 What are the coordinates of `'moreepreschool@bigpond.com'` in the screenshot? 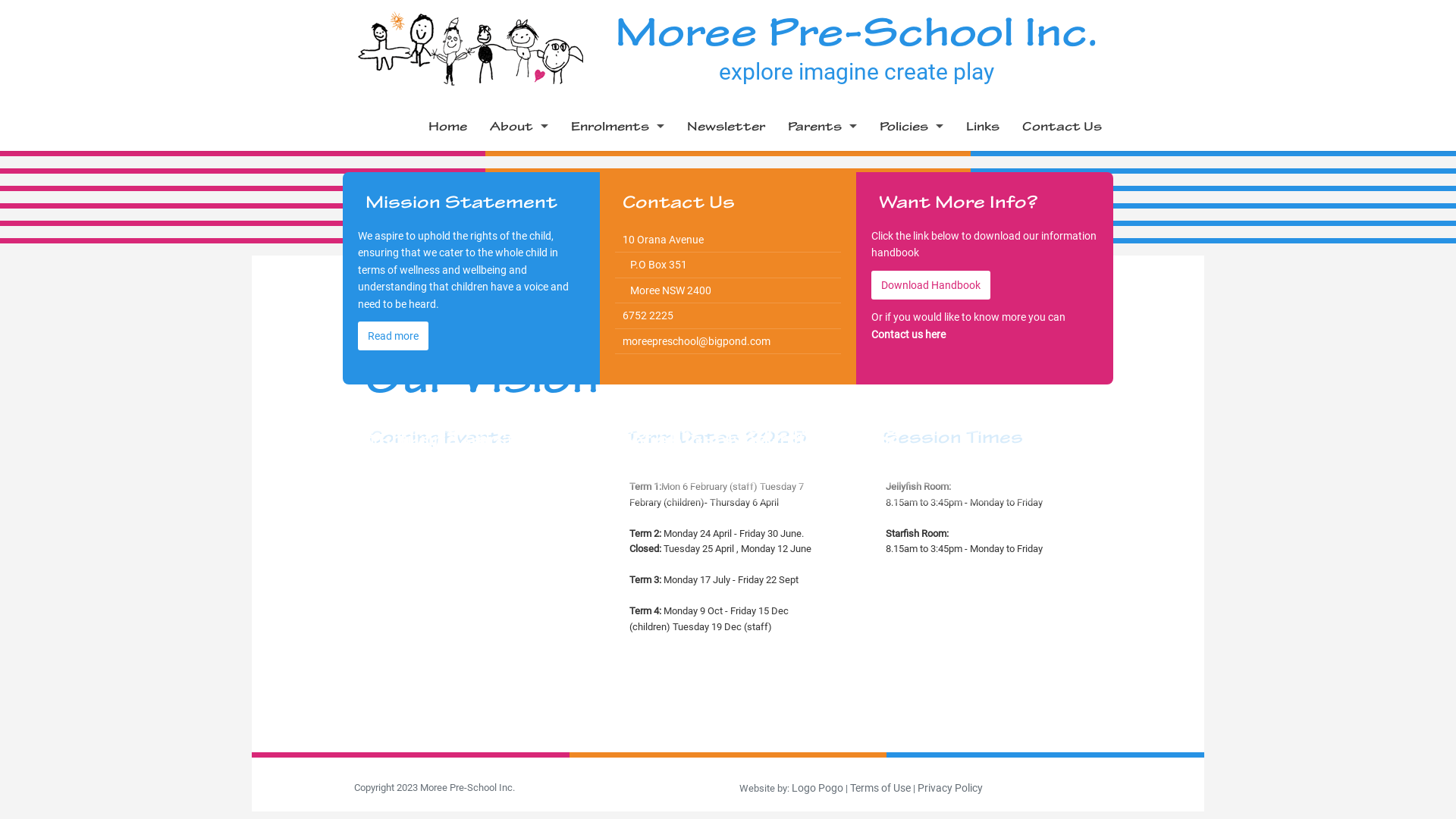 It's located at (695, 341).